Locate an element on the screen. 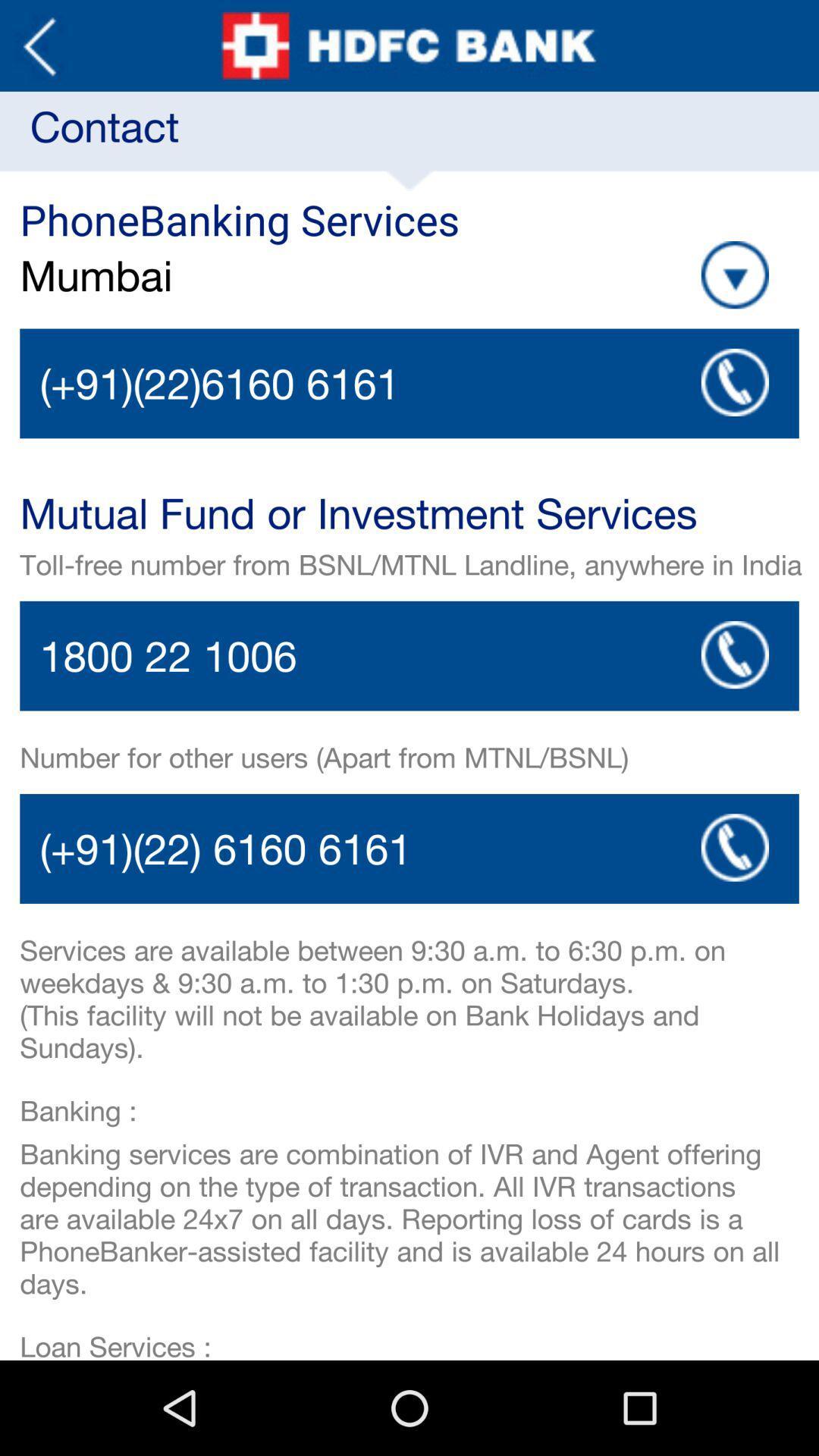 The height and width of the screenshot is (1456, 819). app next to the mumbai icon is located at coordinates (734, 275).